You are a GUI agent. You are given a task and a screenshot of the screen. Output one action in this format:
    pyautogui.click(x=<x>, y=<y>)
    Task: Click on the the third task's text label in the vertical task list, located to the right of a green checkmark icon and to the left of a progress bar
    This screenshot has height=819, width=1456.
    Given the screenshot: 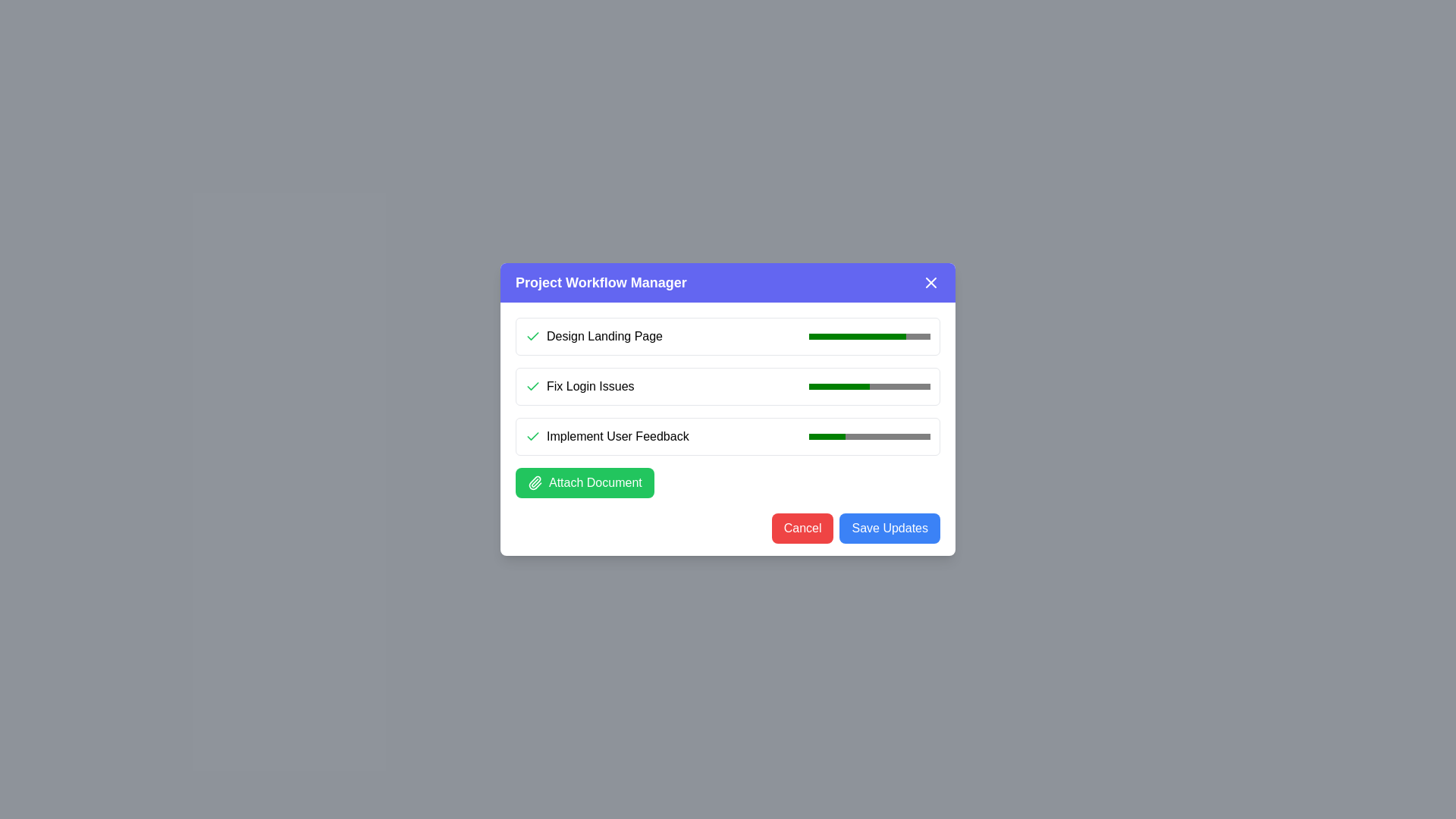 What is the action you would take?
    pyautogui.click(x=617, y=436)
    